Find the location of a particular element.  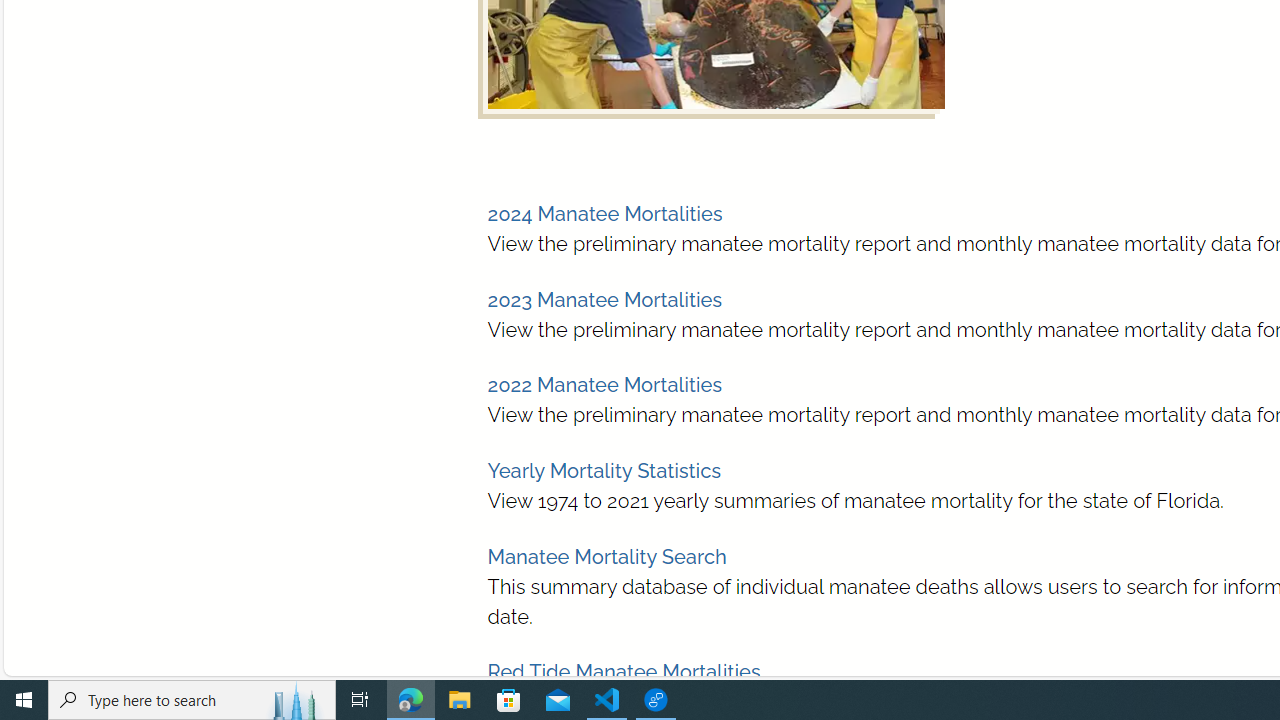

'Manatee Mortality Search' is located at coordinates (605, 556).